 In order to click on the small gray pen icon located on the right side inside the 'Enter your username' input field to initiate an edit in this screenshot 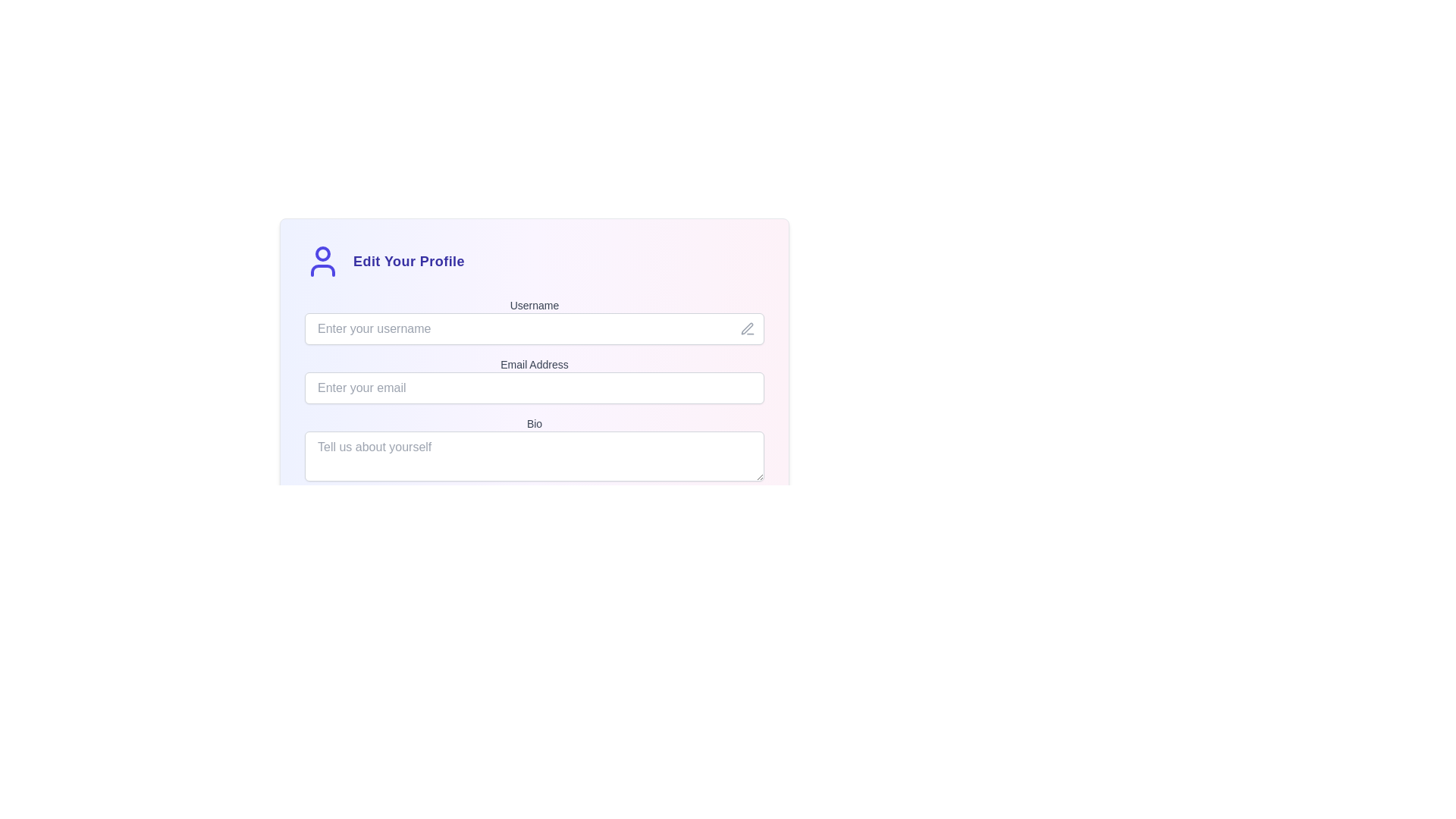, I will do `click(747, 328)`.